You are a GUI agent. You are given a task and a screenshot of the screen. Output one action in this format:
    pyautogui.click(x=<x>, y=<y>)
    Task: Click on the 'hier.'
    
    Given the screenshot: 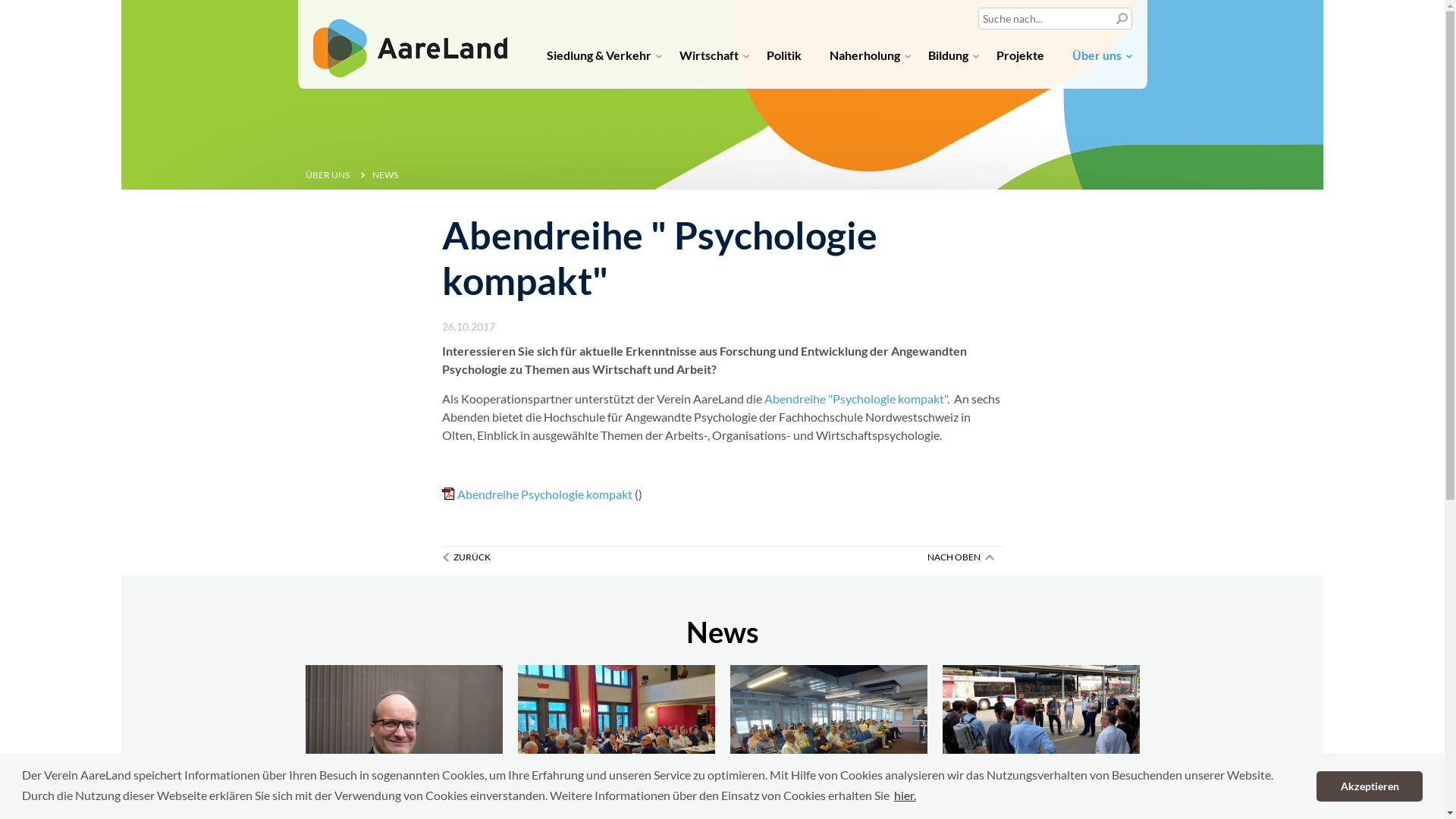 What is the action you would take?
    pyautogui.click(x=905, y=795)
    